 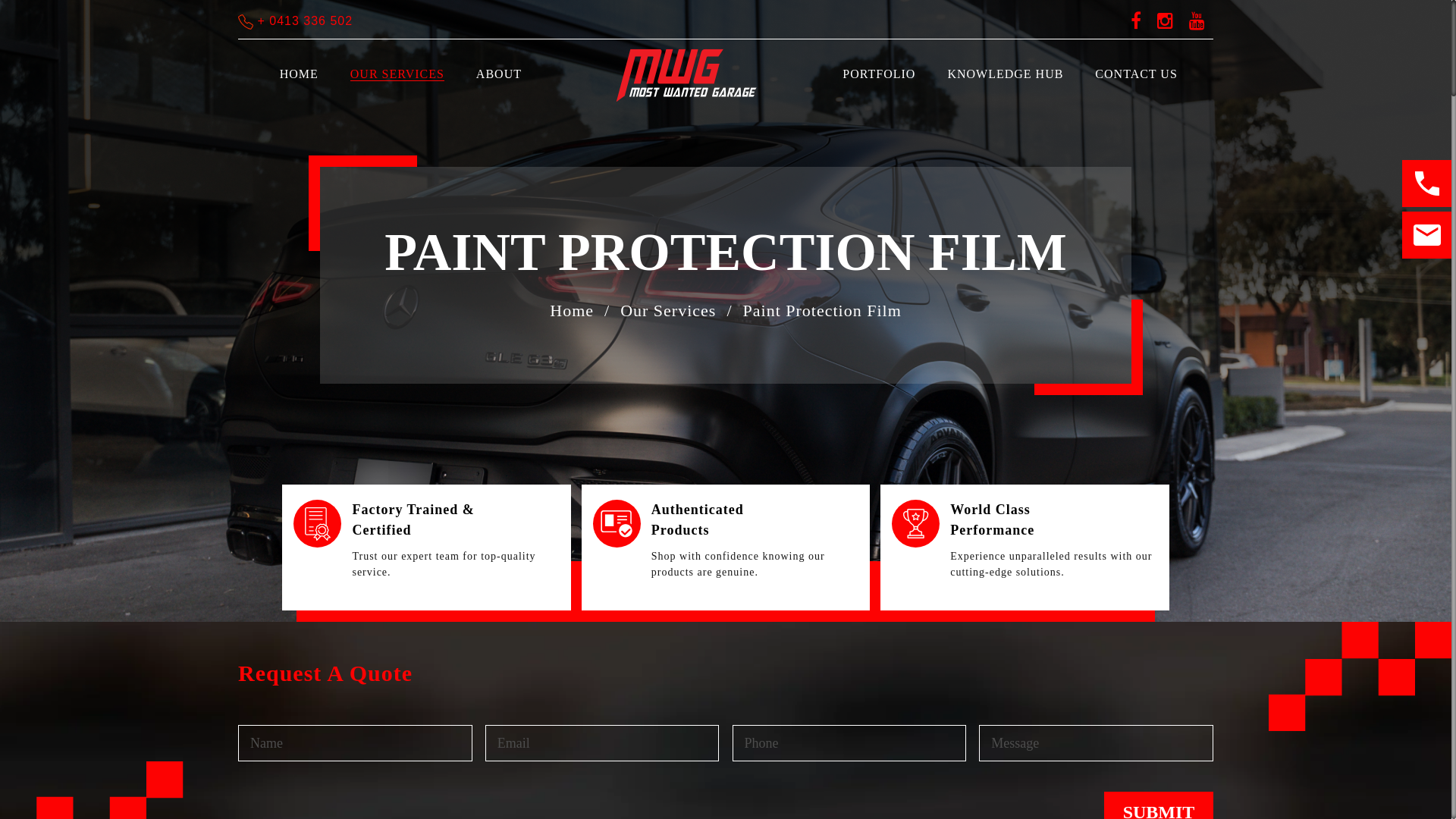 What do you see at coordinates (667, 309) in the screenshot?
I see `'Our Services'` at bounding box center [667, 309].